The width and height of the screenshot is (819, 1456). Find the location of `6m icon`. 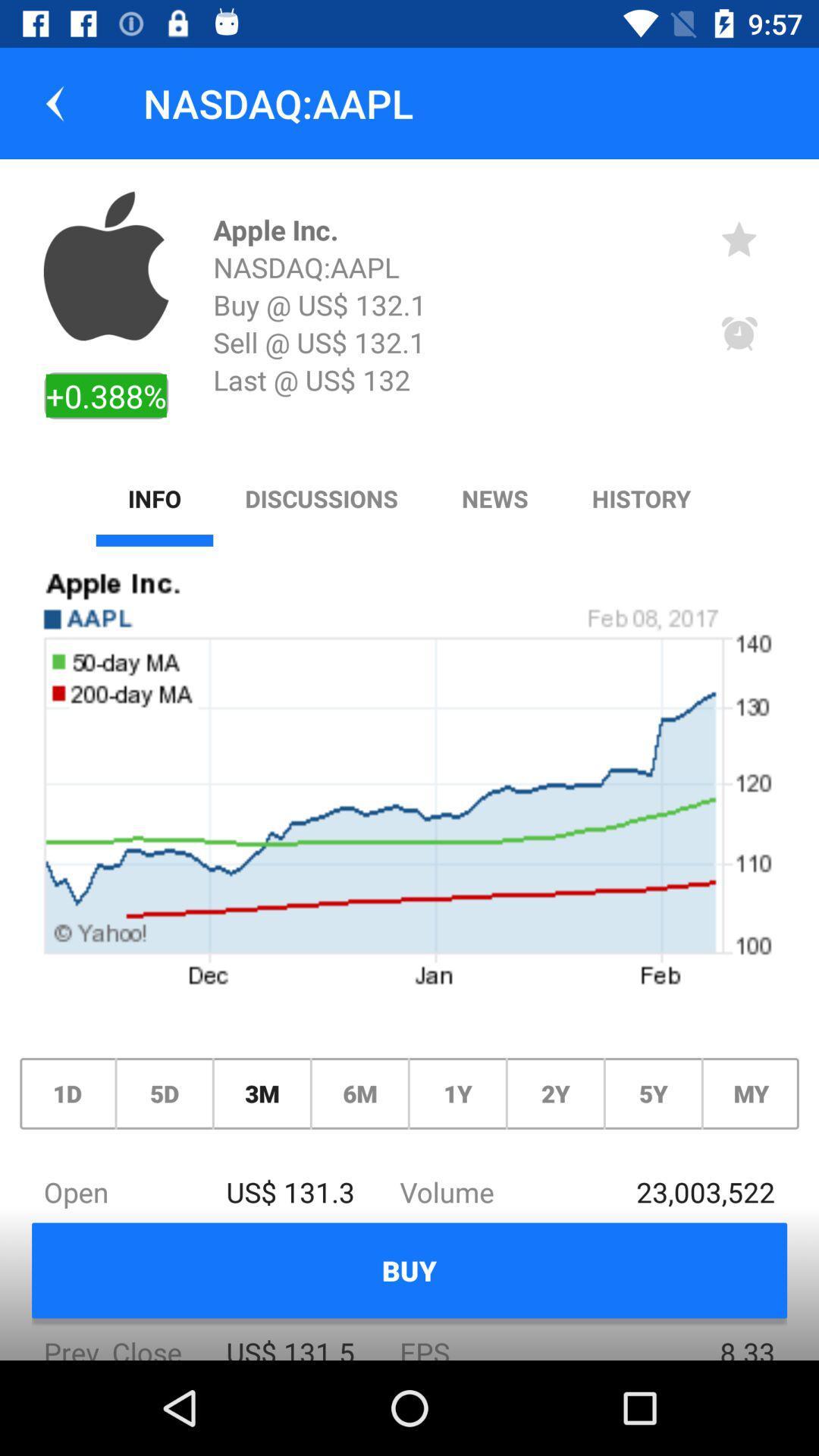

6m icon is located at coordinates (359, 1094).